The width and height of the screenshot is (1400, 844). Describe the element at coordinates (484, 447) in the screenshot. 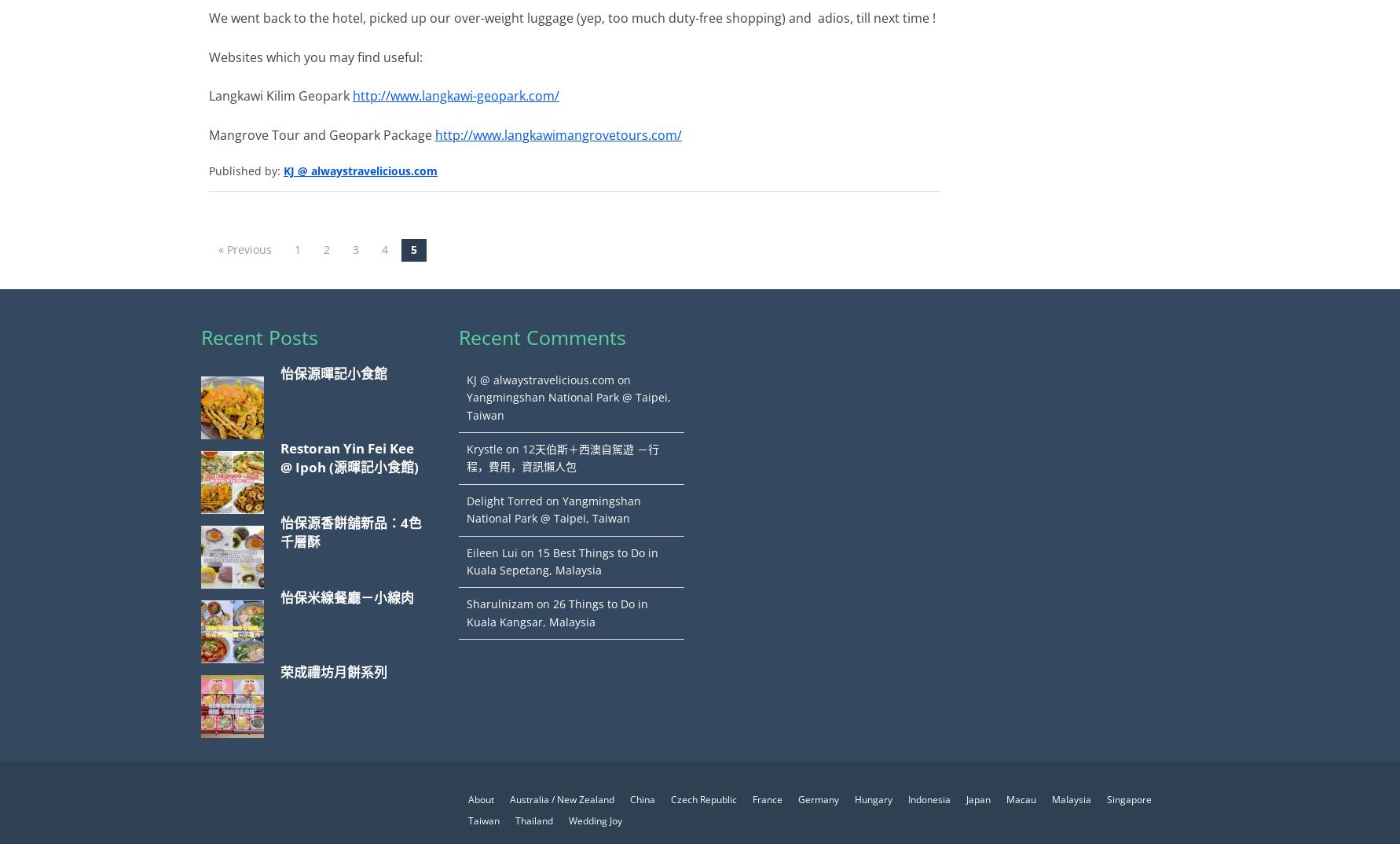

I see `'Krystle'` at that location.